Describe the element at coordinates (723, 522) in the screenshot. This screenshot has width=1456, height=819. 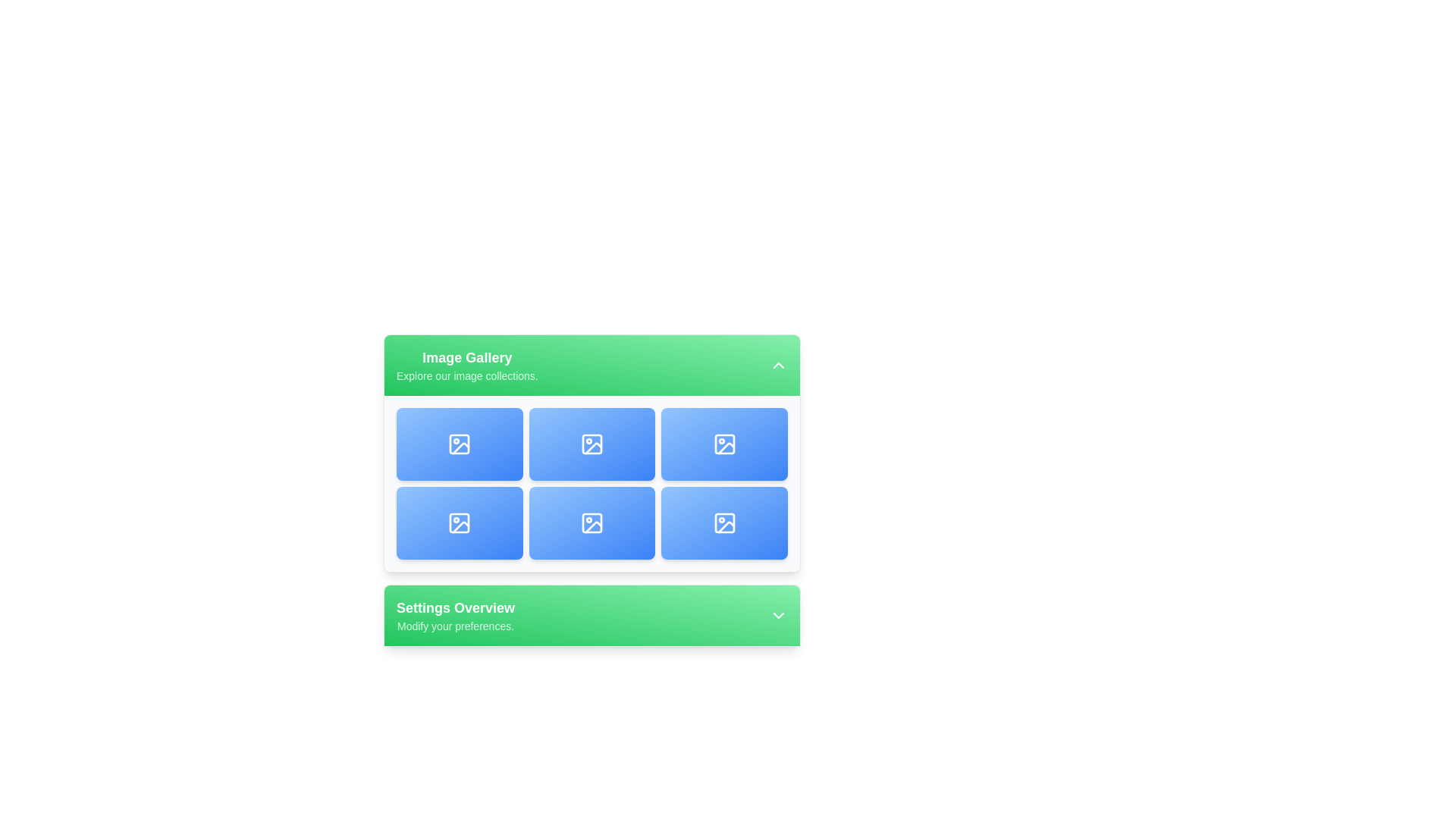
I see `the decorative graphical icon part located in the lower-right thumbnail of the 'Image Gallery' section by clicking on it` at that location.